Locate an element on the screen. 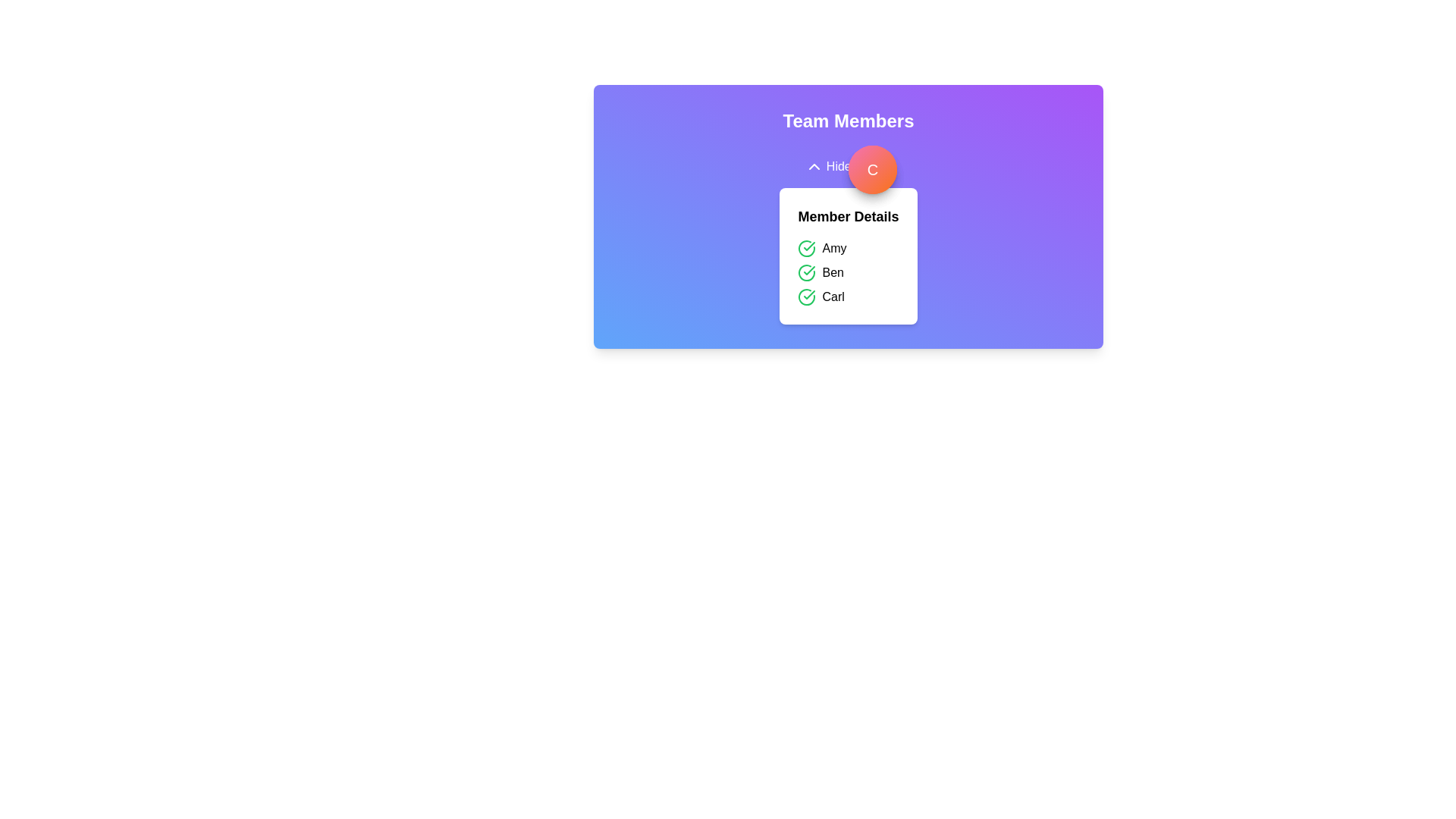 This screenshot has height=819, width=1456. the text label 'Ben' which is the second name in the list under the heading 'Member Details' is located at coordinates (832, 271).